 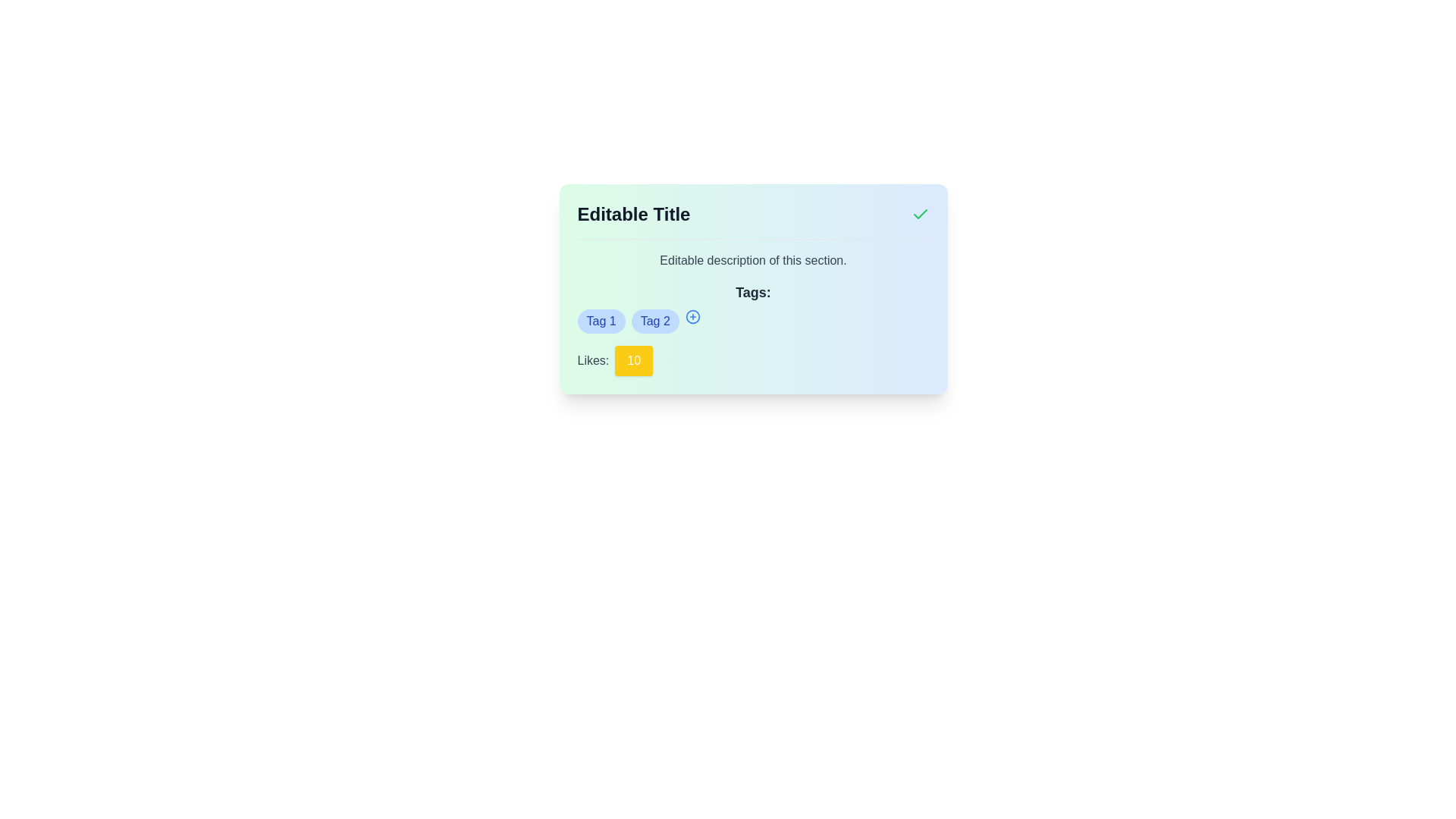 What do you see at coordinates (692, 315) in the screenshot?
I see `the center of the button located in the 'Tags:' section, to the right of the 'Tag 2' label` at bounding box center [692, 315].